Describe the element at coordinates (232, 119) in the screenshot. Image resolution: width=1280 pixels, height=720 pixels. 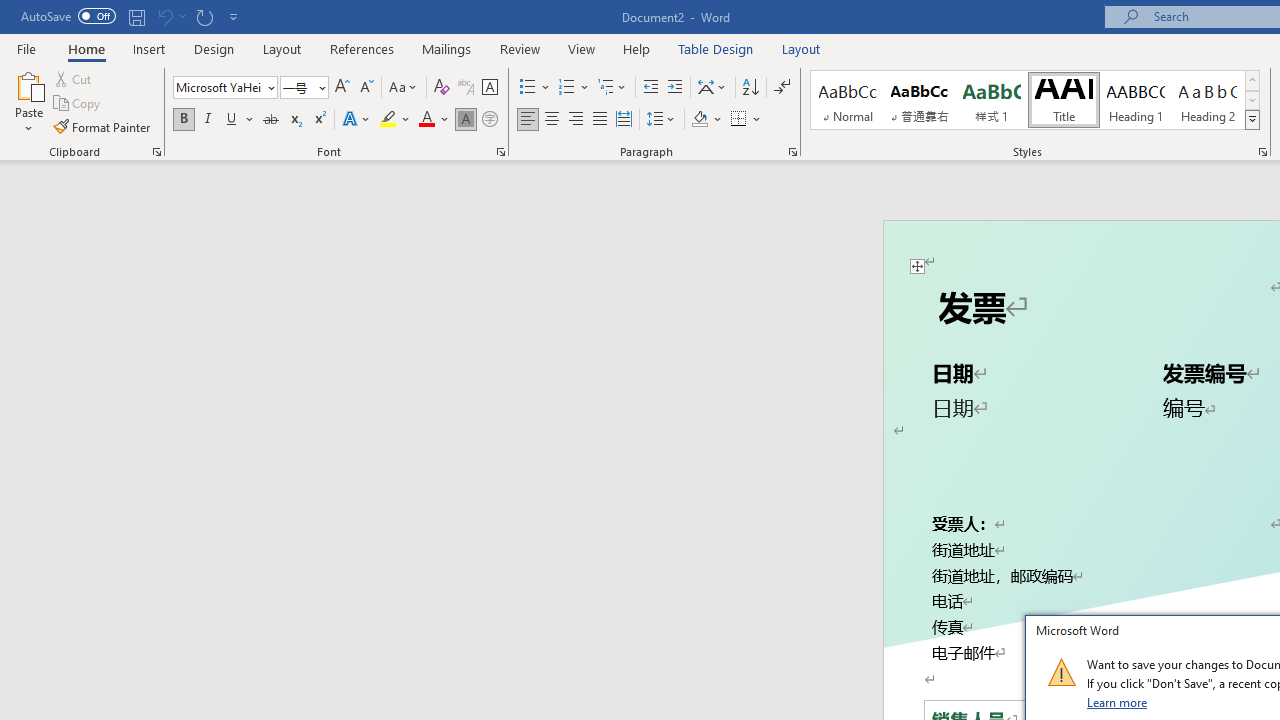
I see `'Underline'` at that location.